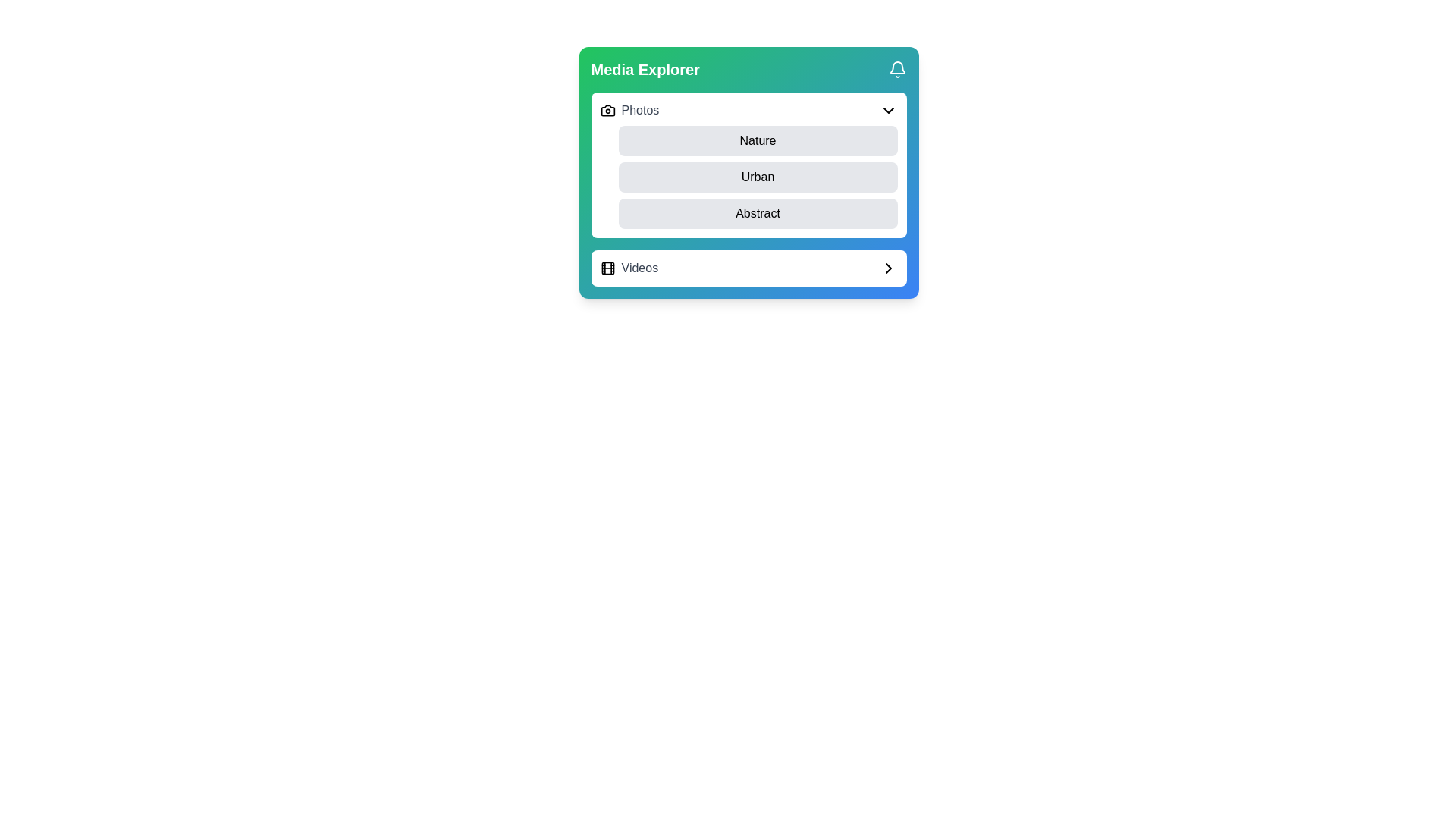  Describe the element at coordinates (607, 268) in the screenshot. I see `the SVG rectangle element centered within the film strip icon in the 'Videos' section of the lower menu` at that location.